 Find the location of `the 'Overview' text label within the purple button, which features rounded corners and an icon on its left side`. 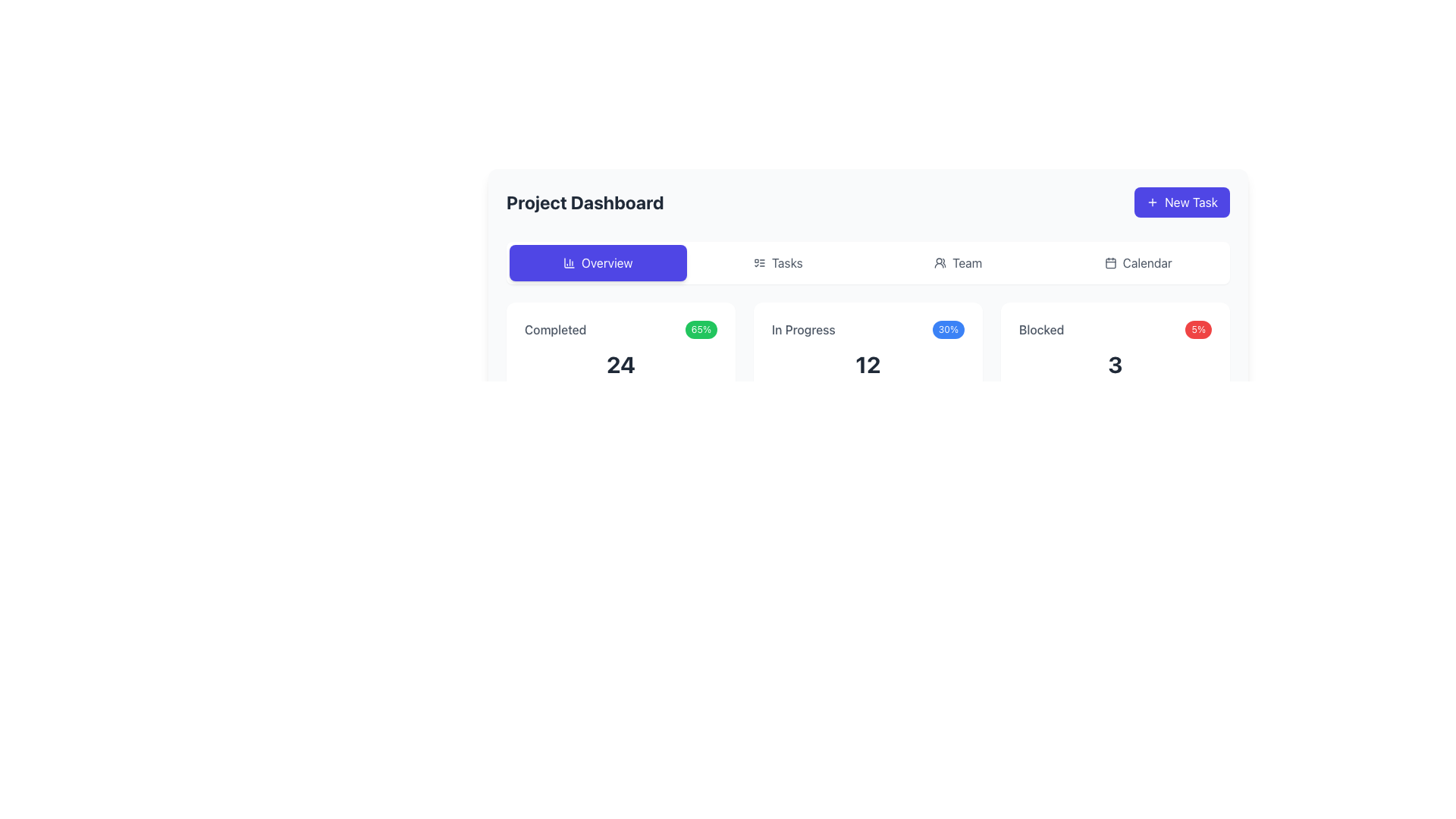

the 'Overview' text label within the purple button, which features rounded corners and an icon on its left side is located at coordinates (607, 262).